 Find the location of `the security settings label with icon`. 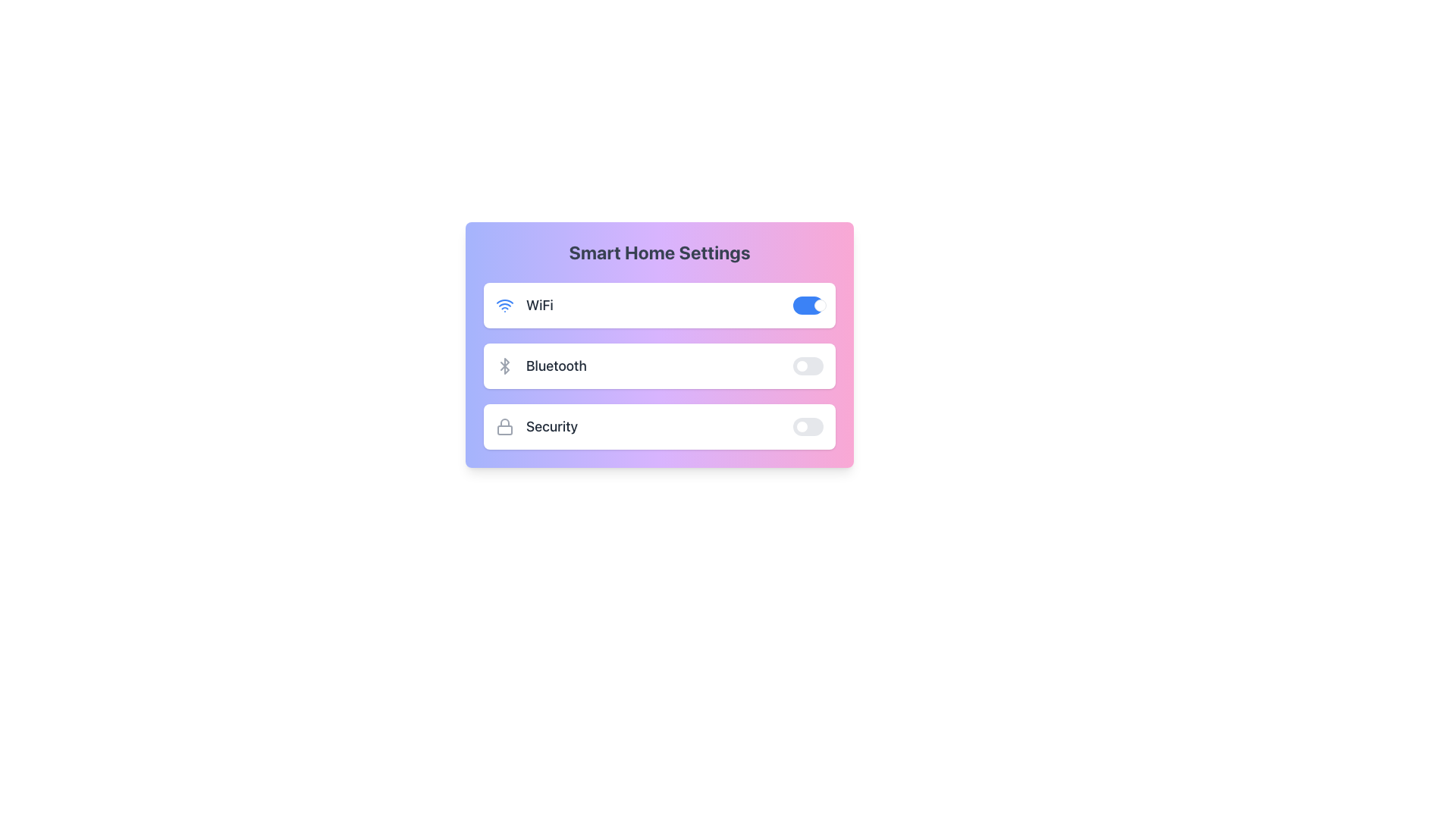

the security settings label with icon is located at coordinates (537, 427).